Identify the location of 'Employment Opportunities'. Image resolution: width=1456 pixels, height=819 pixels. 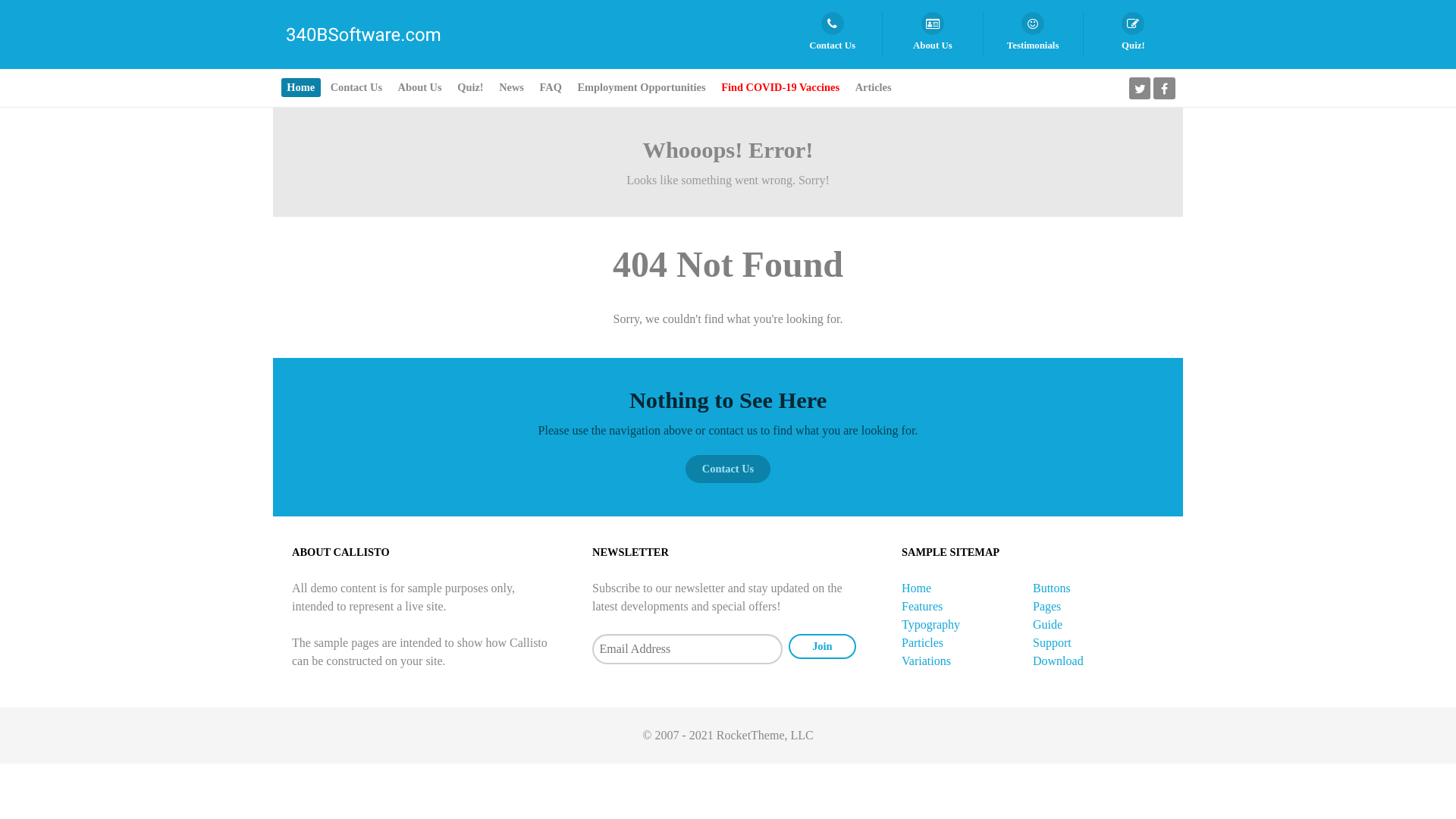
(641, 87).